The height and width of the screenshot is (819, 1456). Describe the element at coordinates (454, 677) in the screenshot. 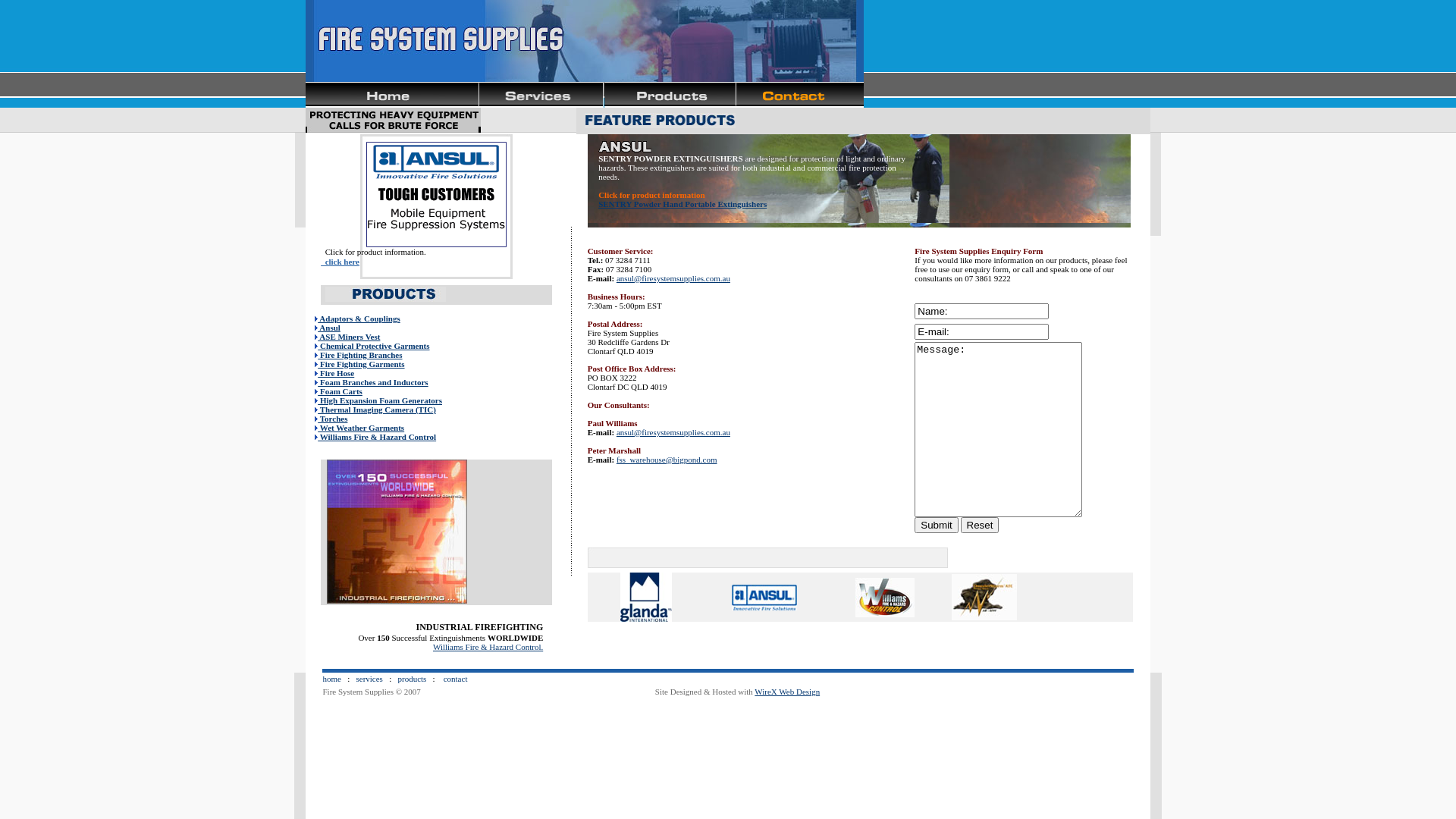

I see `'contact'` at that location.